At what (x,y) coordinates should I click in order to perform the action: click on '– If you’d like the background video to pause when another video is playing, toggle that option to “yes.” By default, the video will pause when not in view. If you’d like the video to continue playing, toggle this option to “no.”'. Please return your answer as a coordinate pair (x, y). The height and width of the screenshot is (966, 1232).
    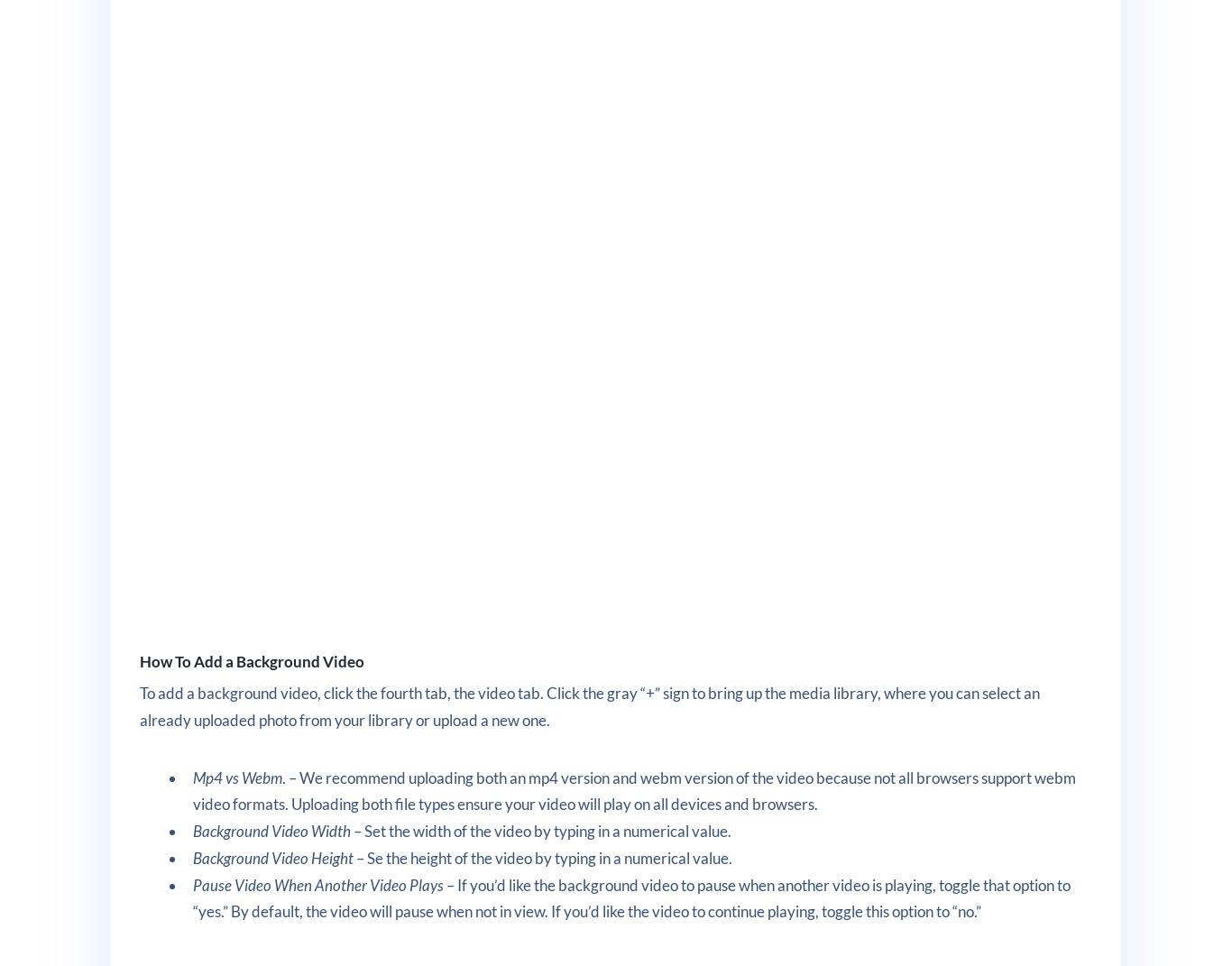
    Looking at the image, I should click on (192, 897).